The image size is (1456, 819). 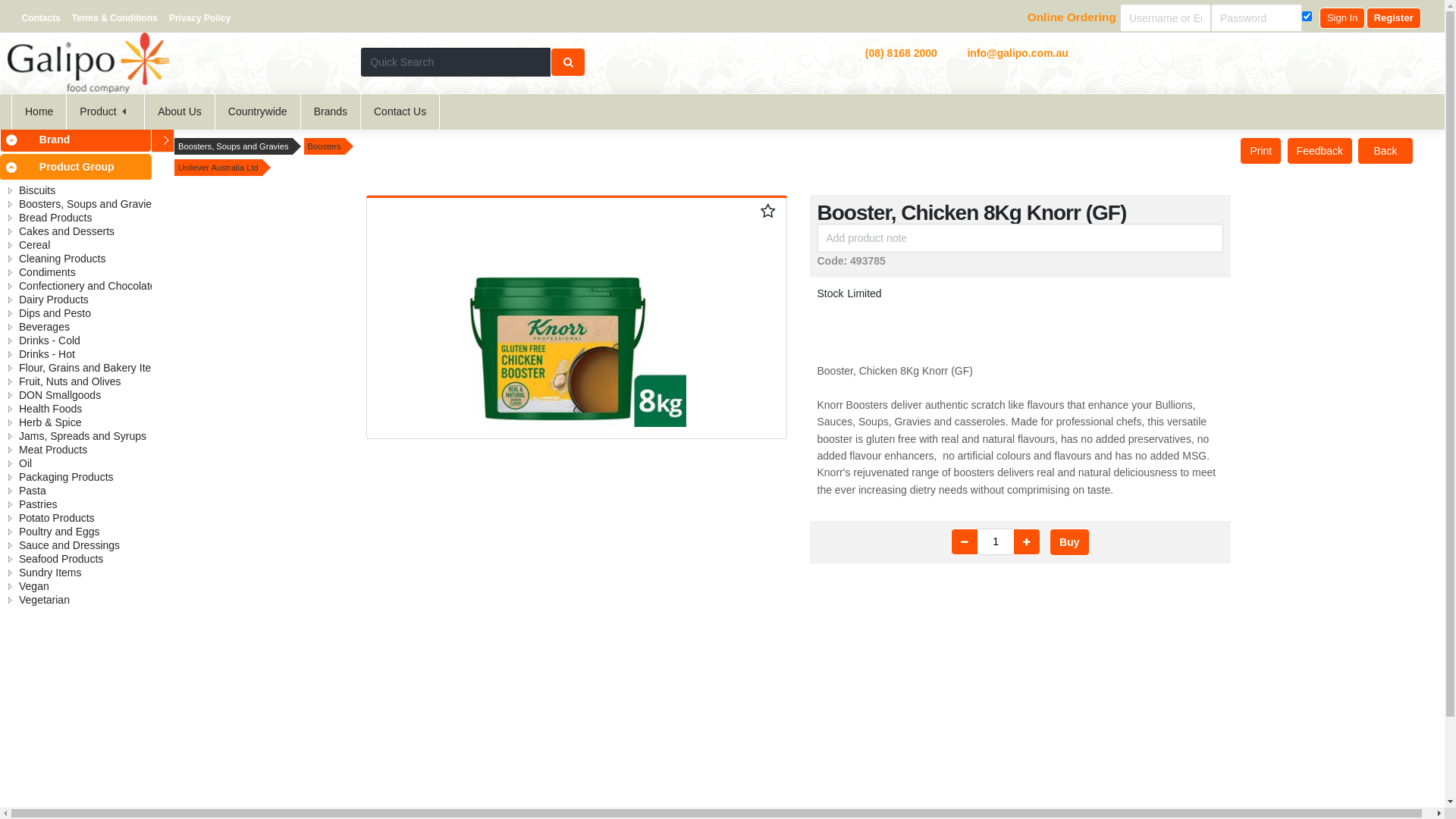 I want to click on 'Drinks - Hot', so click(x=47, y=353).